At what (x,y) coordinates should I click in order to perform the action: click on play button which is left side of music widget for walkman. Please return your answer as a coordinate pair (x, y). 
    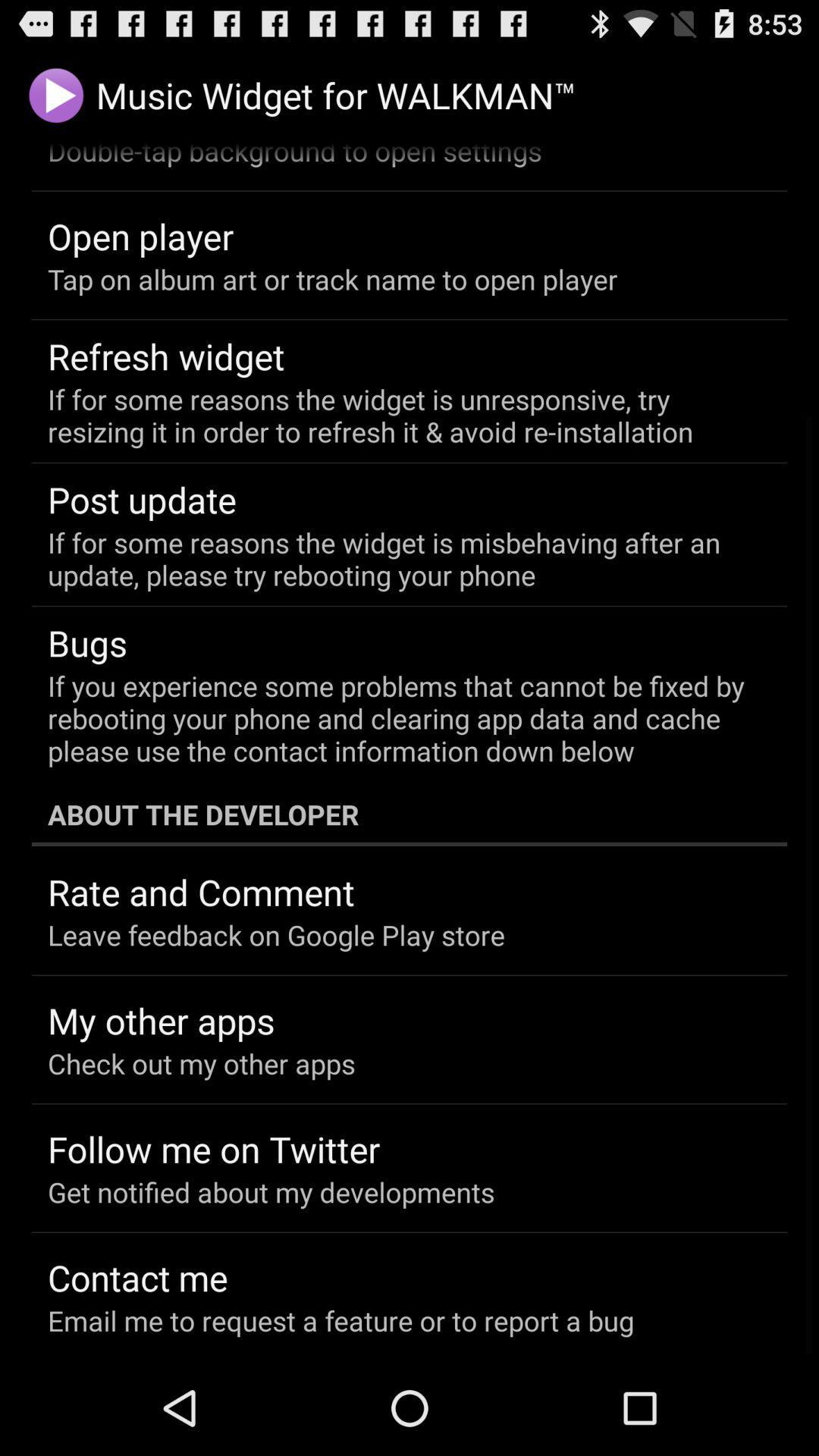
    Looking at the image, I should click on (55, 94).